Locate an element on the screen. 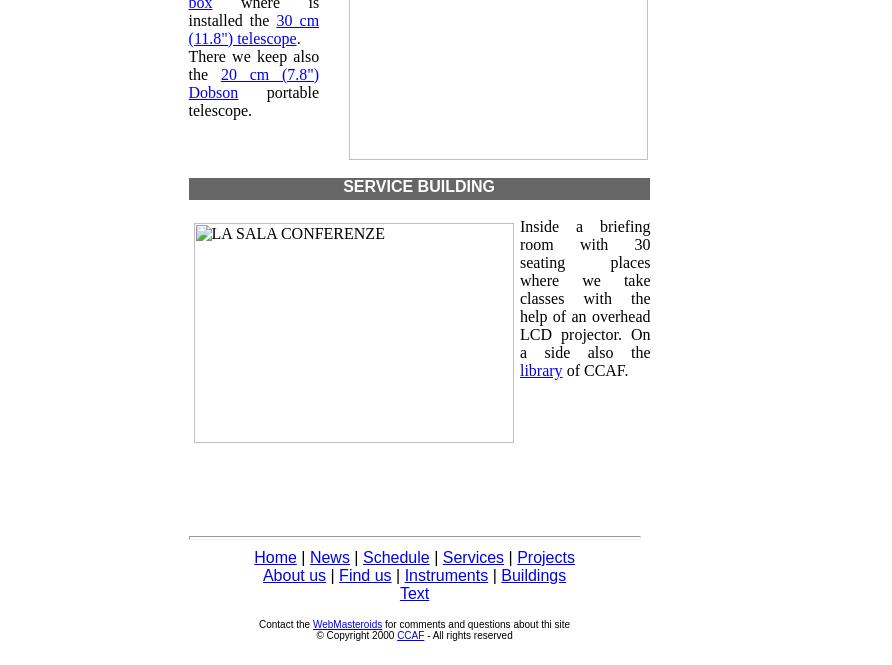 This screenshot has height=665, width=892. 'of CCAF.' is located at coordinates (560, 369).